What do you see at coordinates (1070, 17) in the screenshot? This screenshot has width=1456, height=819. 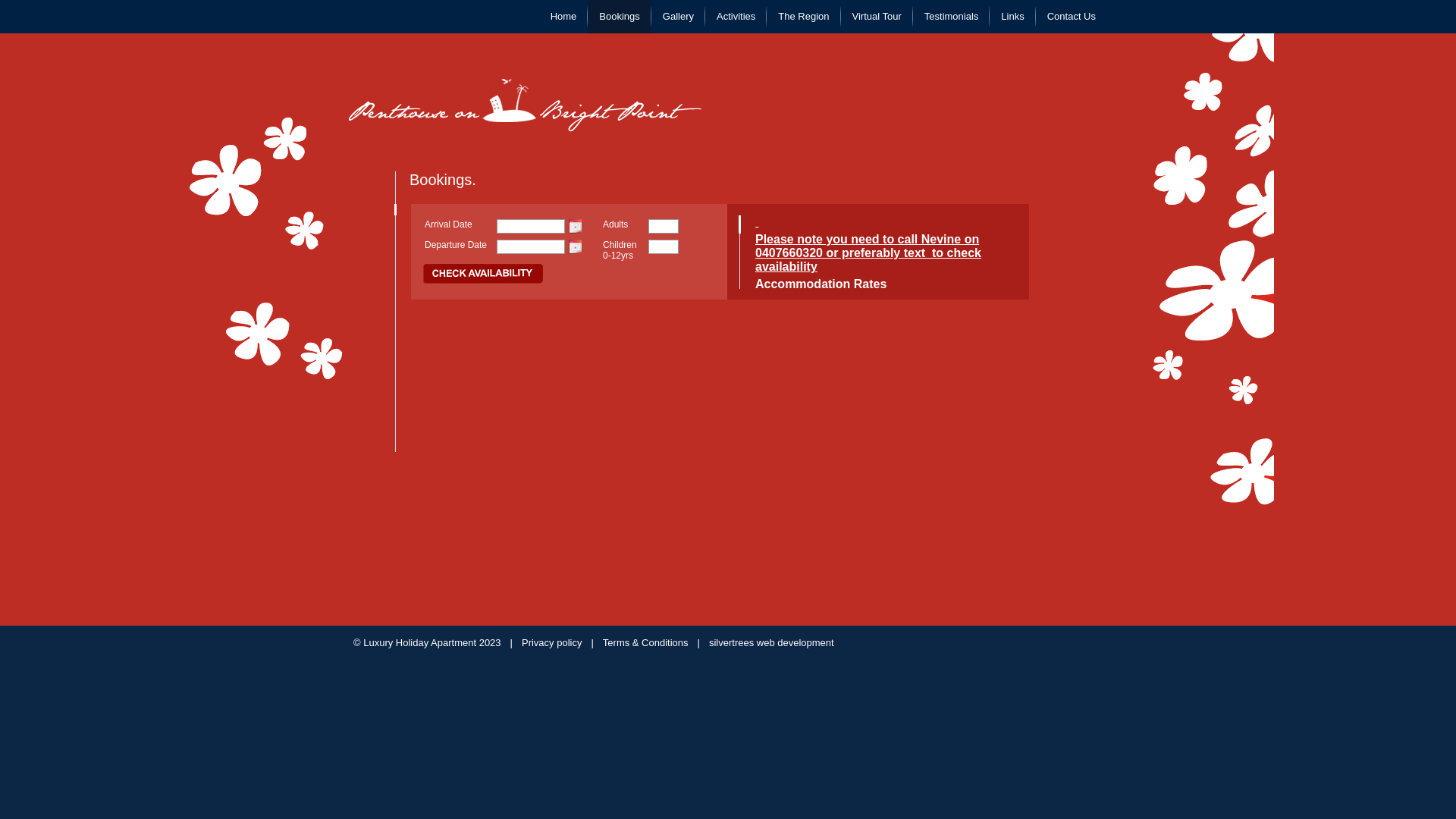 I see `'Contact Us'` at bounding box center [1070, 17].